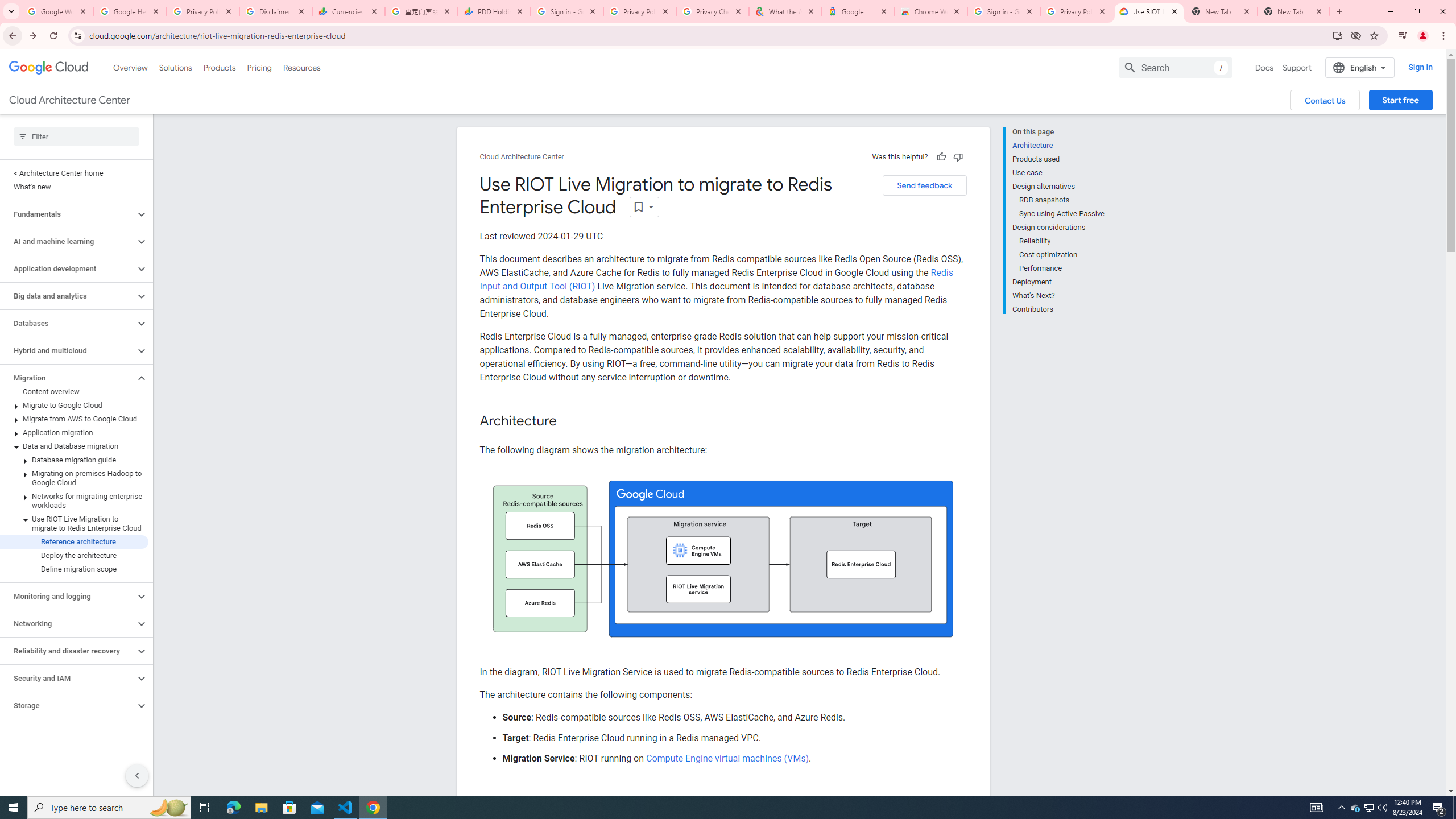  Describe the element at coordinates (74, 446) in the screenshot. I see `'Data and Database migration'` at that location.